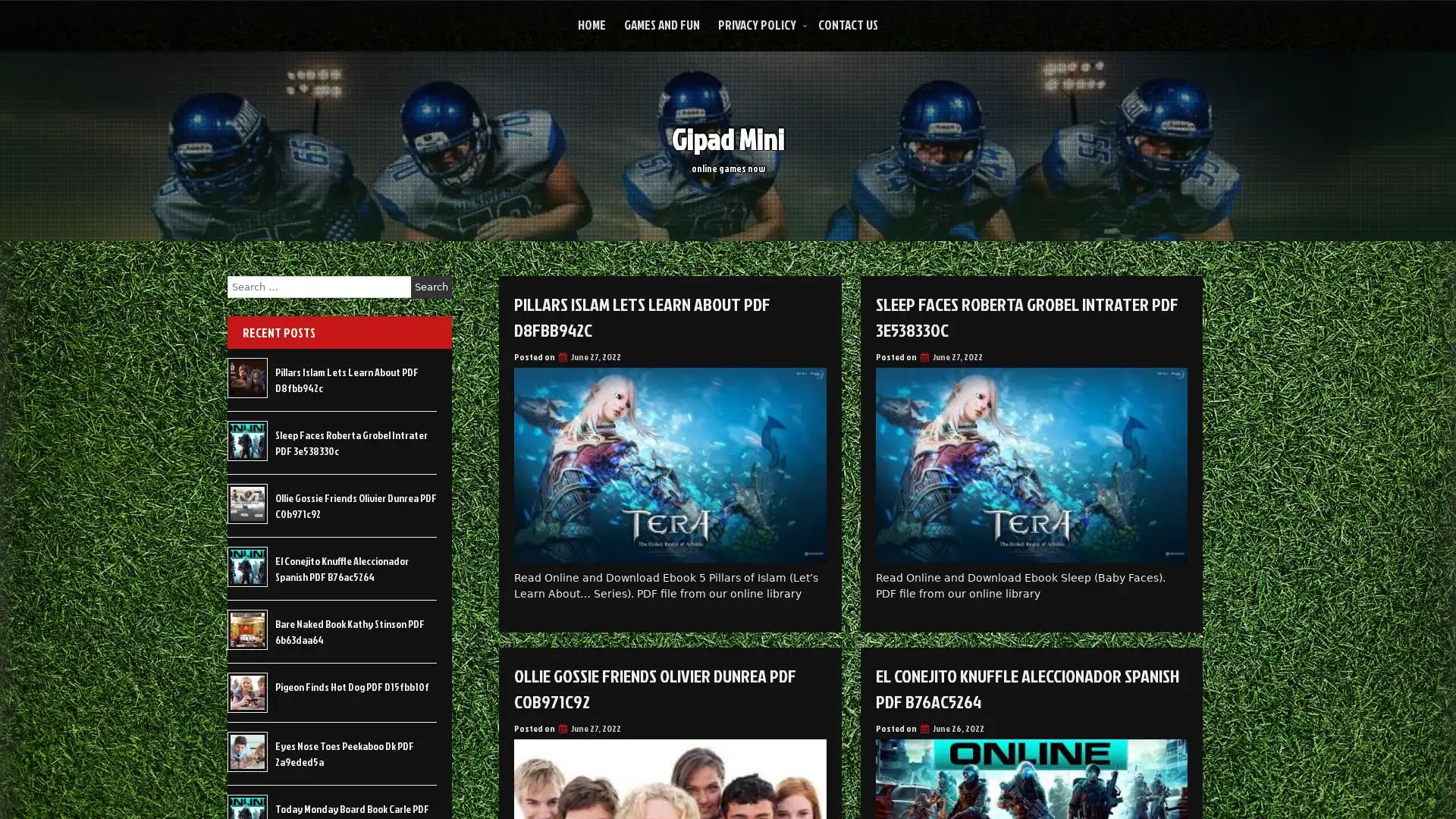  Describe the element at coordinates (431, 287) in the screenshot. I see `Search` at that location.